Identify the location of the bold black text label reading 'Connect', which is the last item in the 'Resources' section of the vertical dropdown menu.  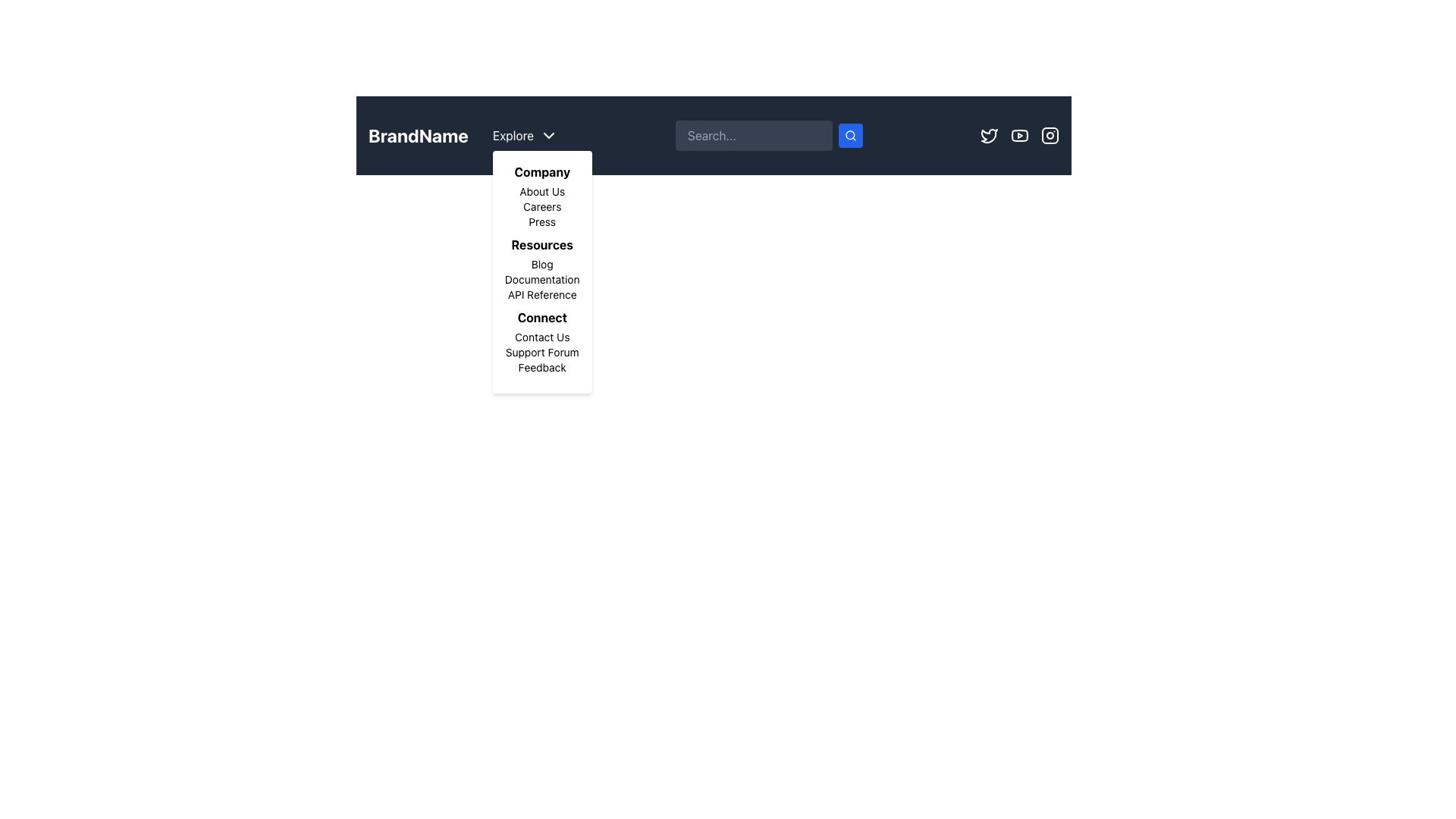
(542, 317).